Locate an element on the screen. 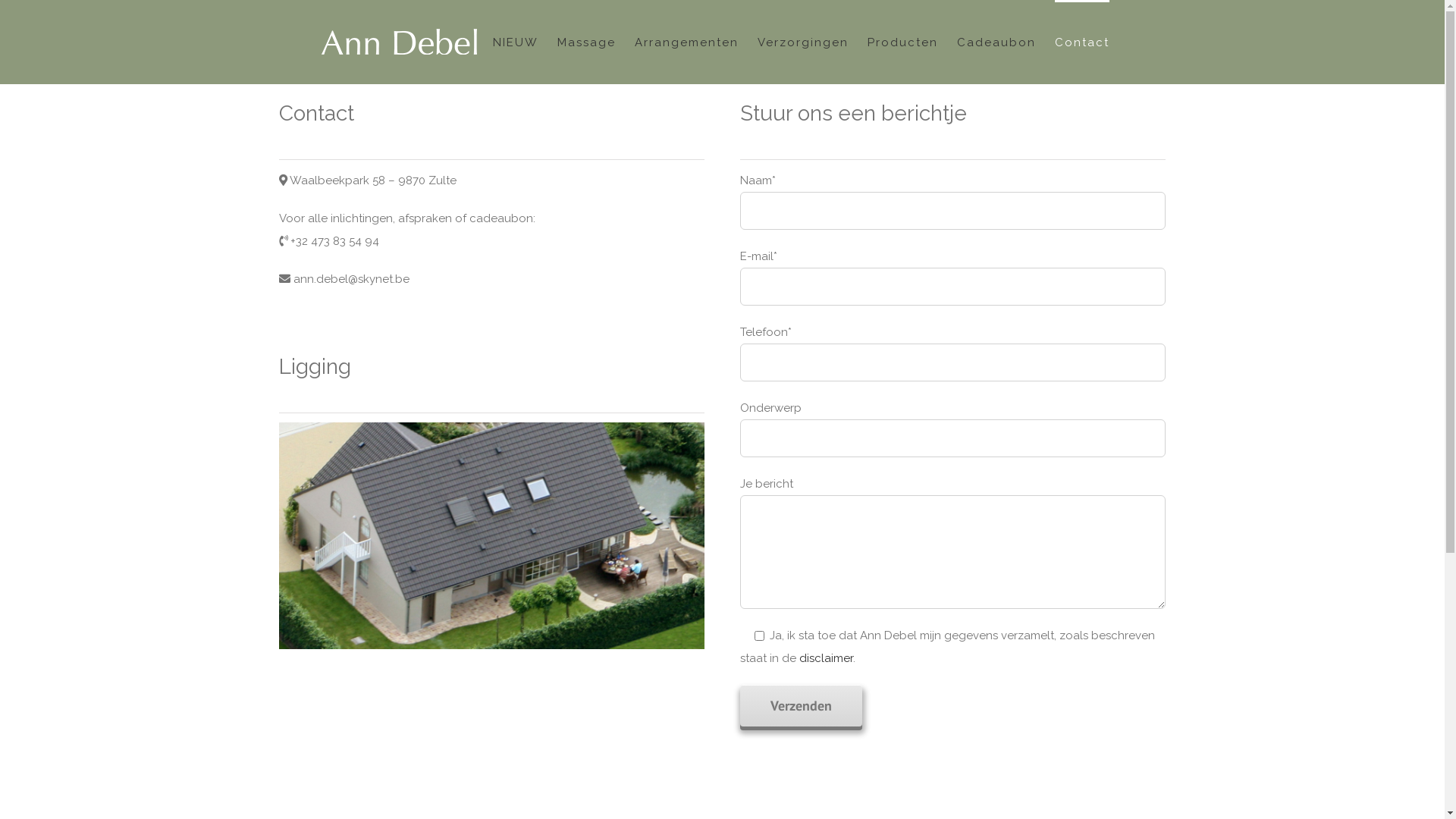  'disclaimer' is located at coordinates (825, 657).